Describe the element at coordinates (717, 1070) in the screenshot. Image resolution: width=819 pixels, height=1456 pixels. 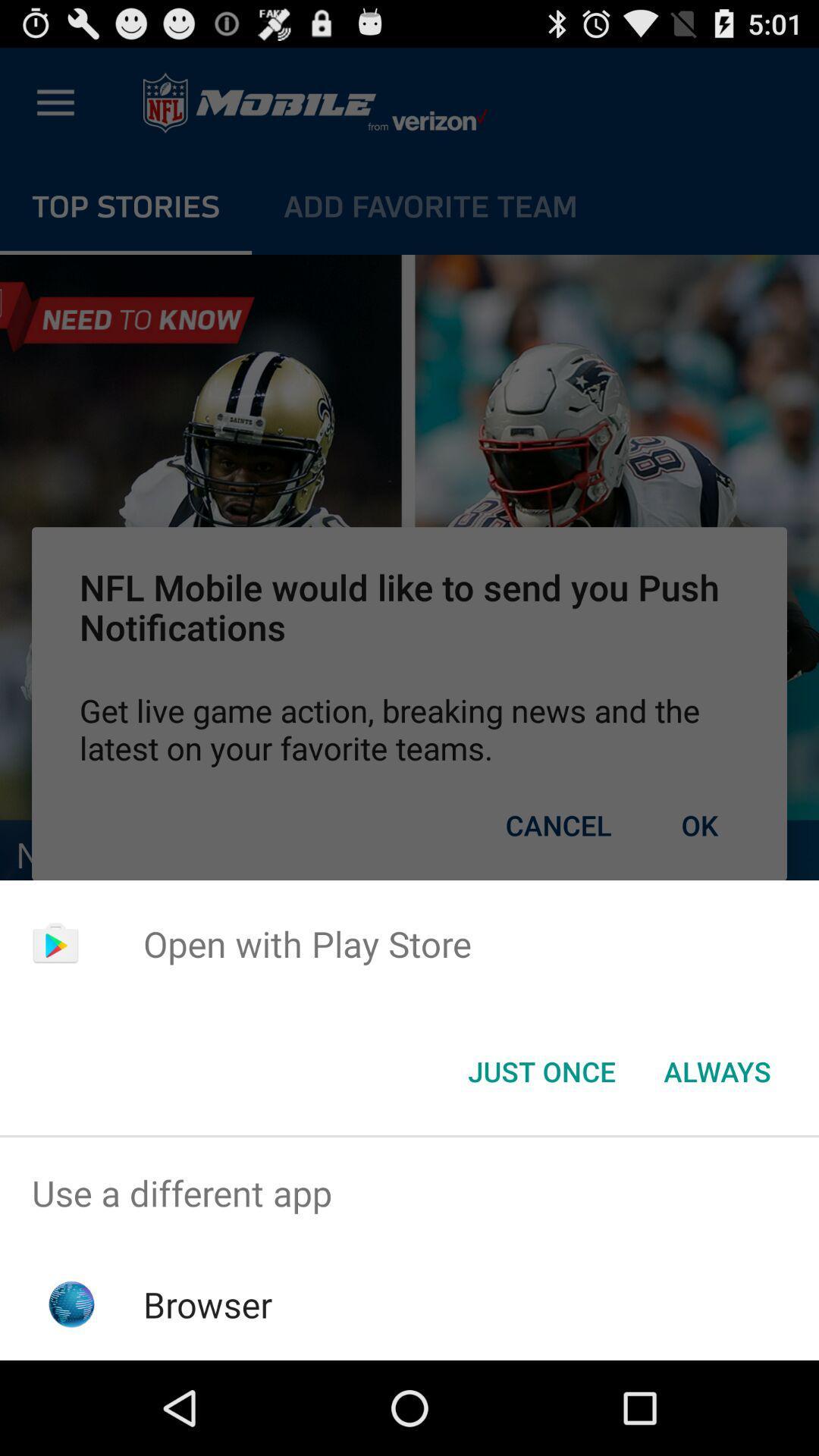
I see `the always icon` at that location.